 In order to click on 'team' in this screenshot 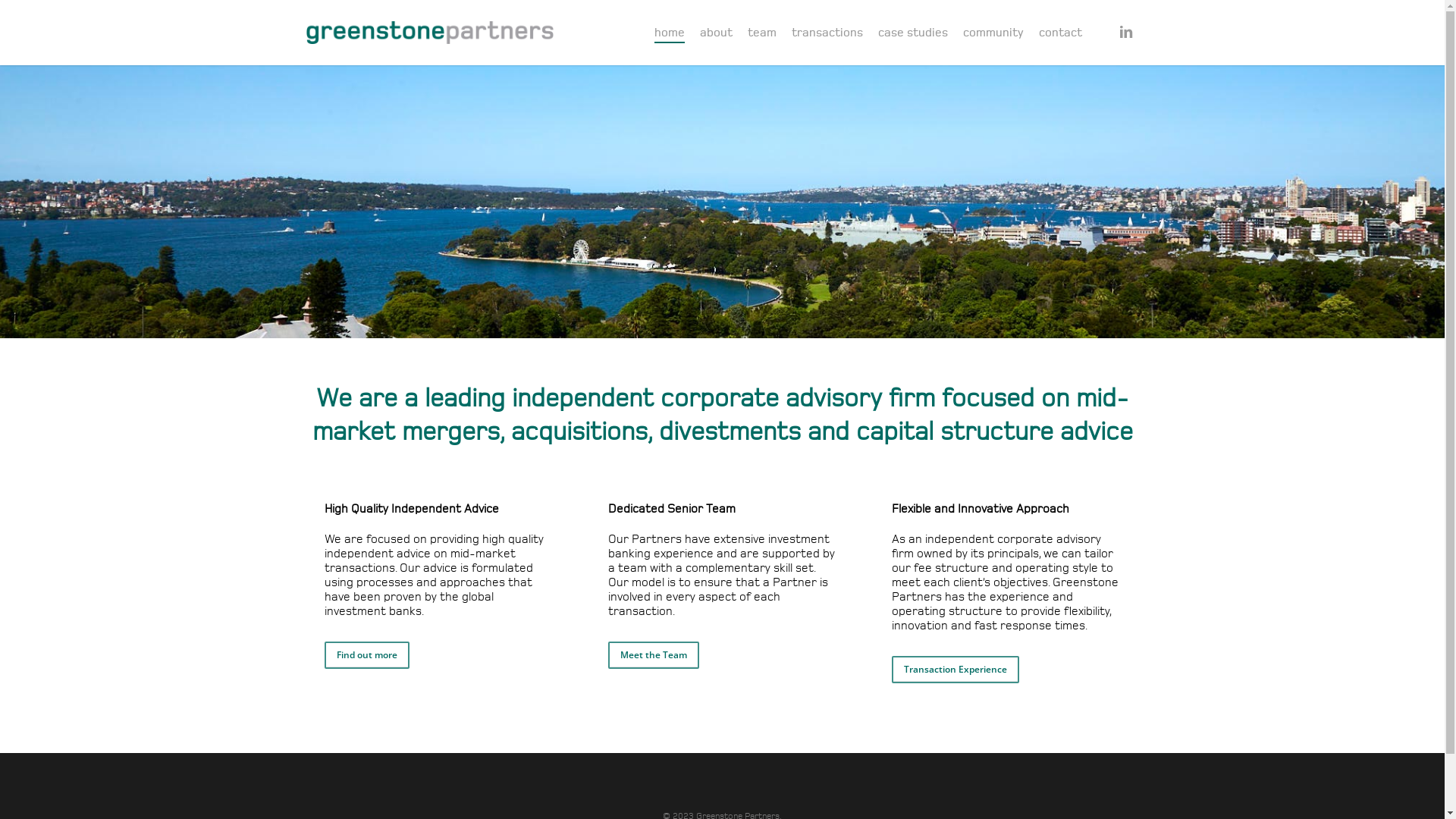, I will do `click(761, 32)`.